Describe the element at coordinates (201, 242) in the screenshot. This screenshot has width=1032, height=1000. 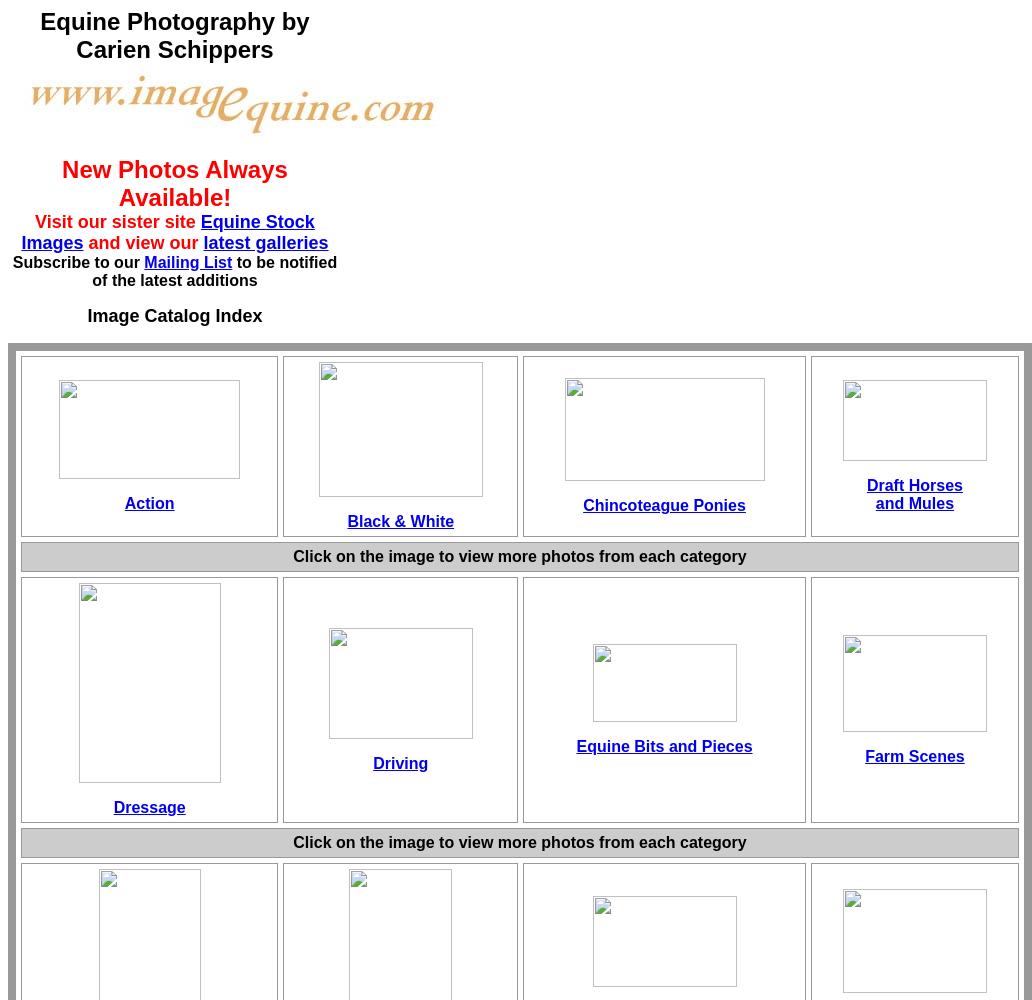
I see `'latest galleries'` at that location.